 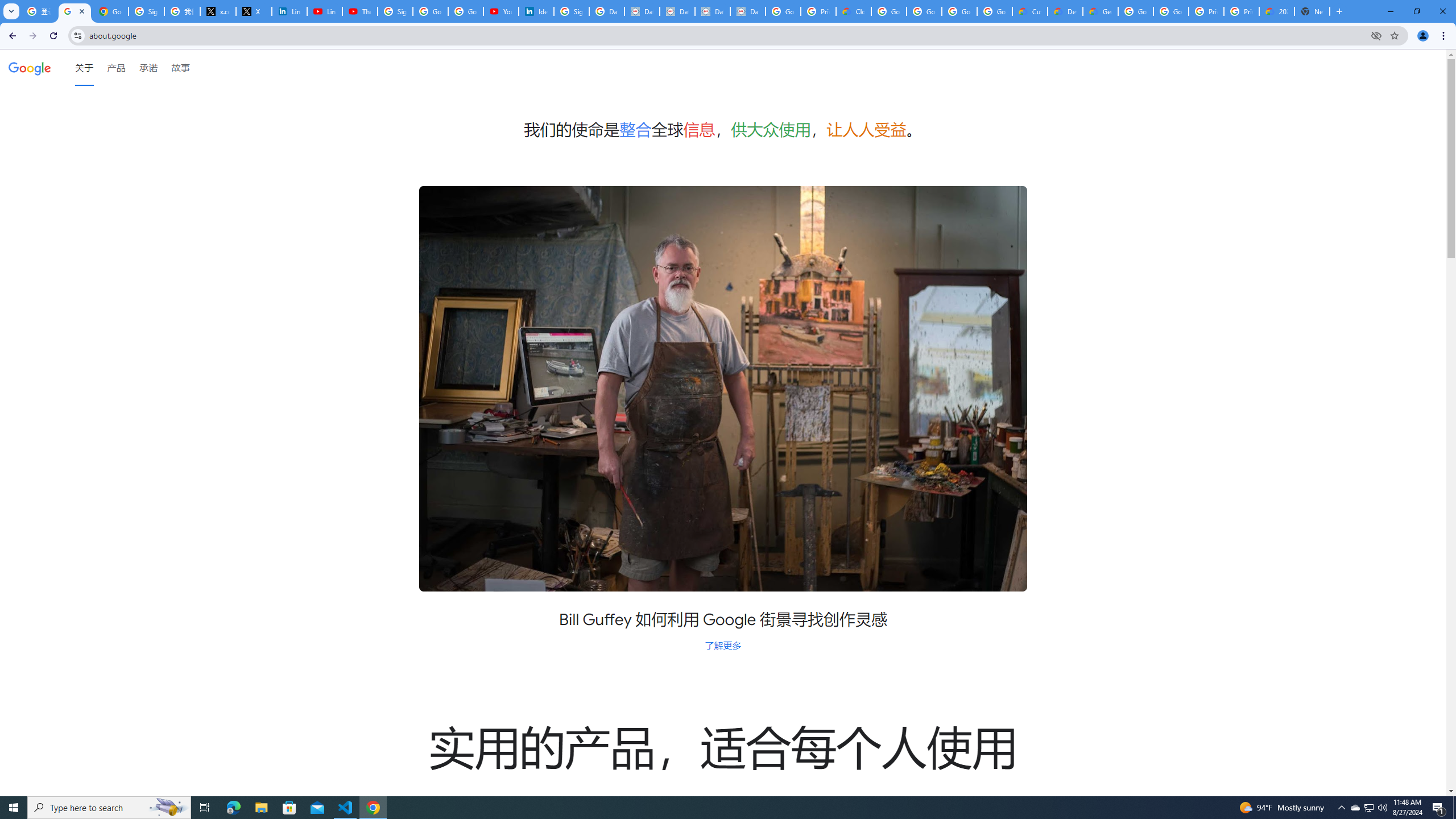 I want to click on 'Google', so click(x=30, y=67).